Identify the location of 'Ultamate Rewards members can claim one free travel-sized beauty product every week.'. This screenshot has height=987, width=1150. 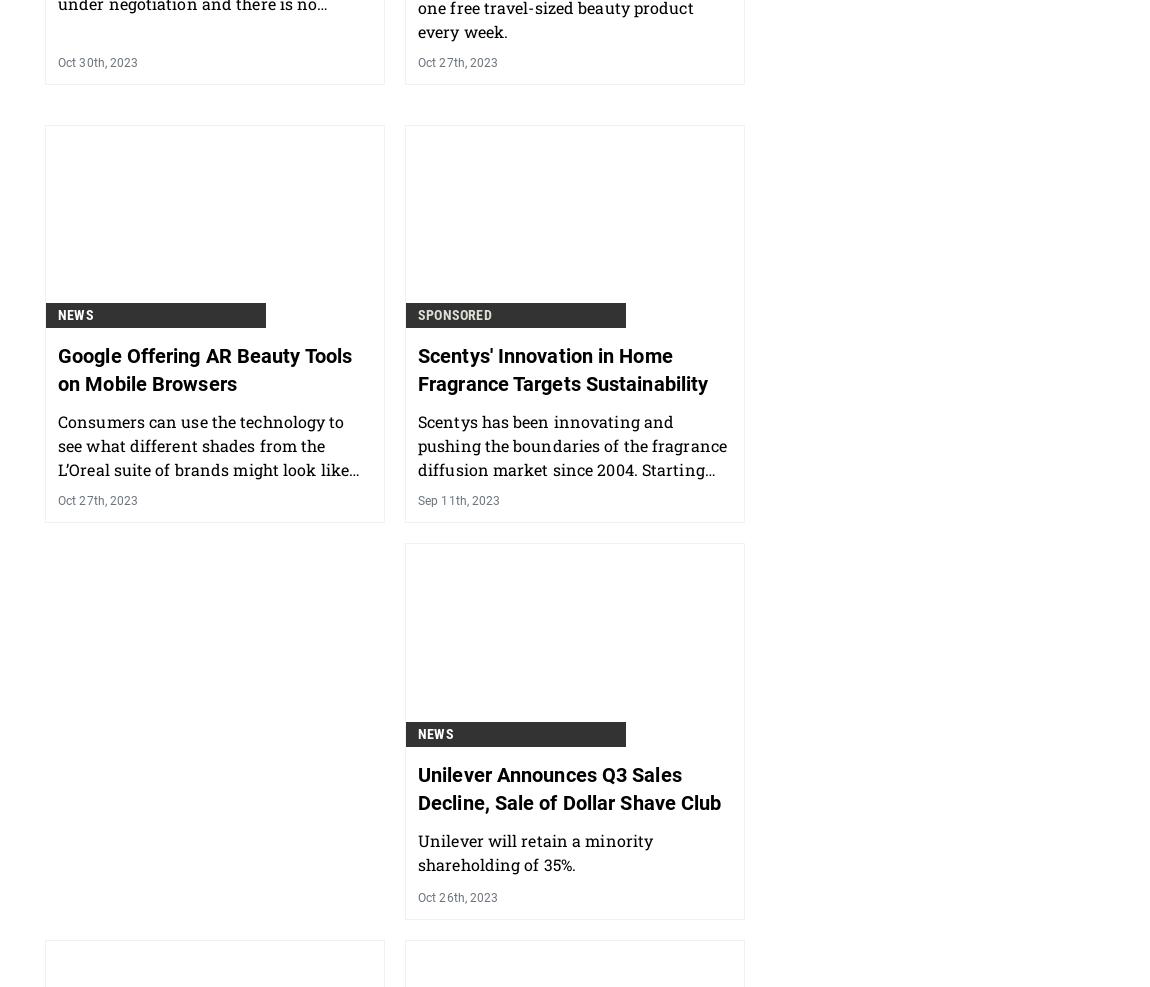
(566, 112).